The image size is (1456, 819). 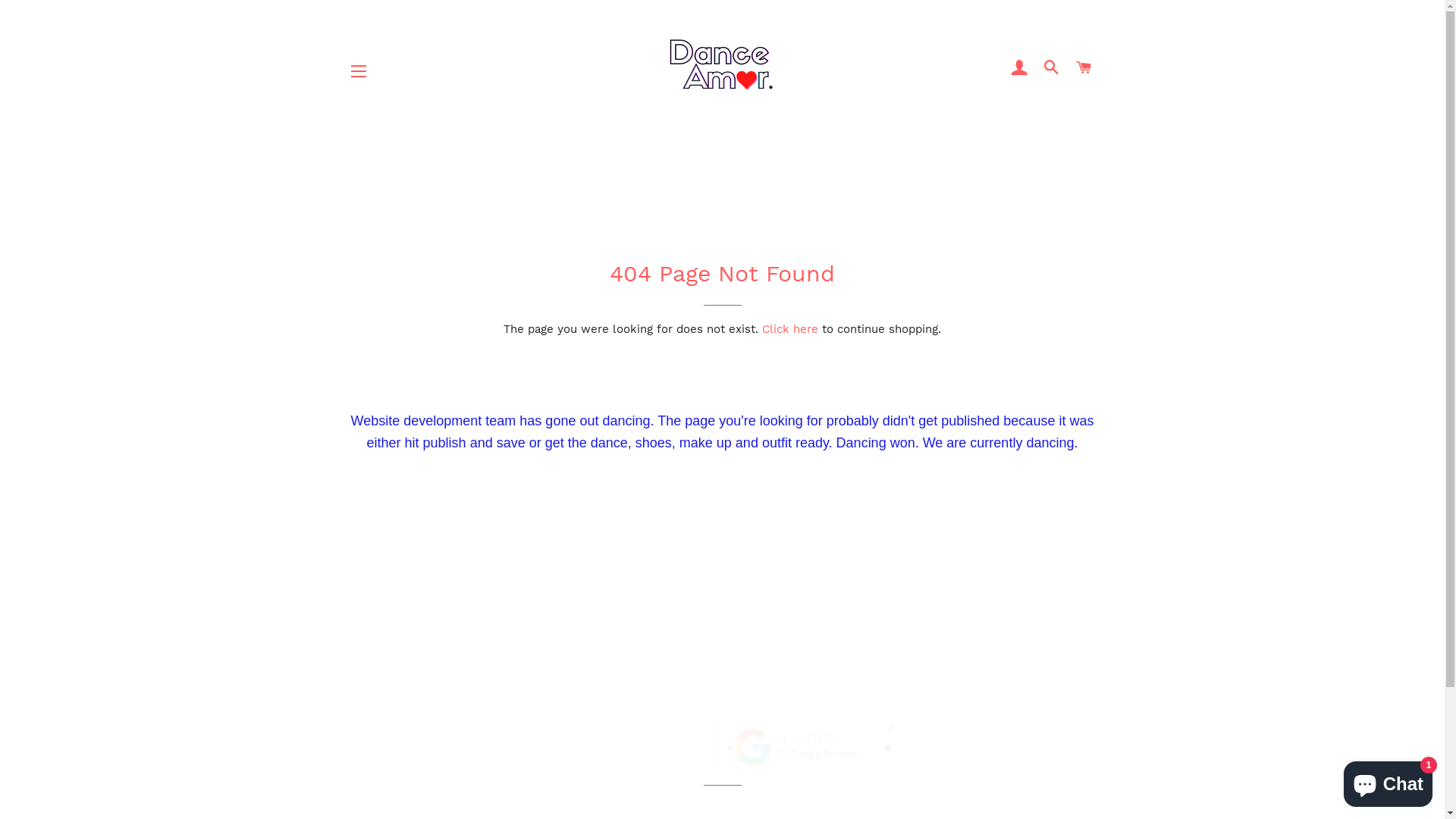 What do you see at coordinates (1051, 67) in the screenshot?
I see `'SEARCH'` at bounding box center [1051, 67].